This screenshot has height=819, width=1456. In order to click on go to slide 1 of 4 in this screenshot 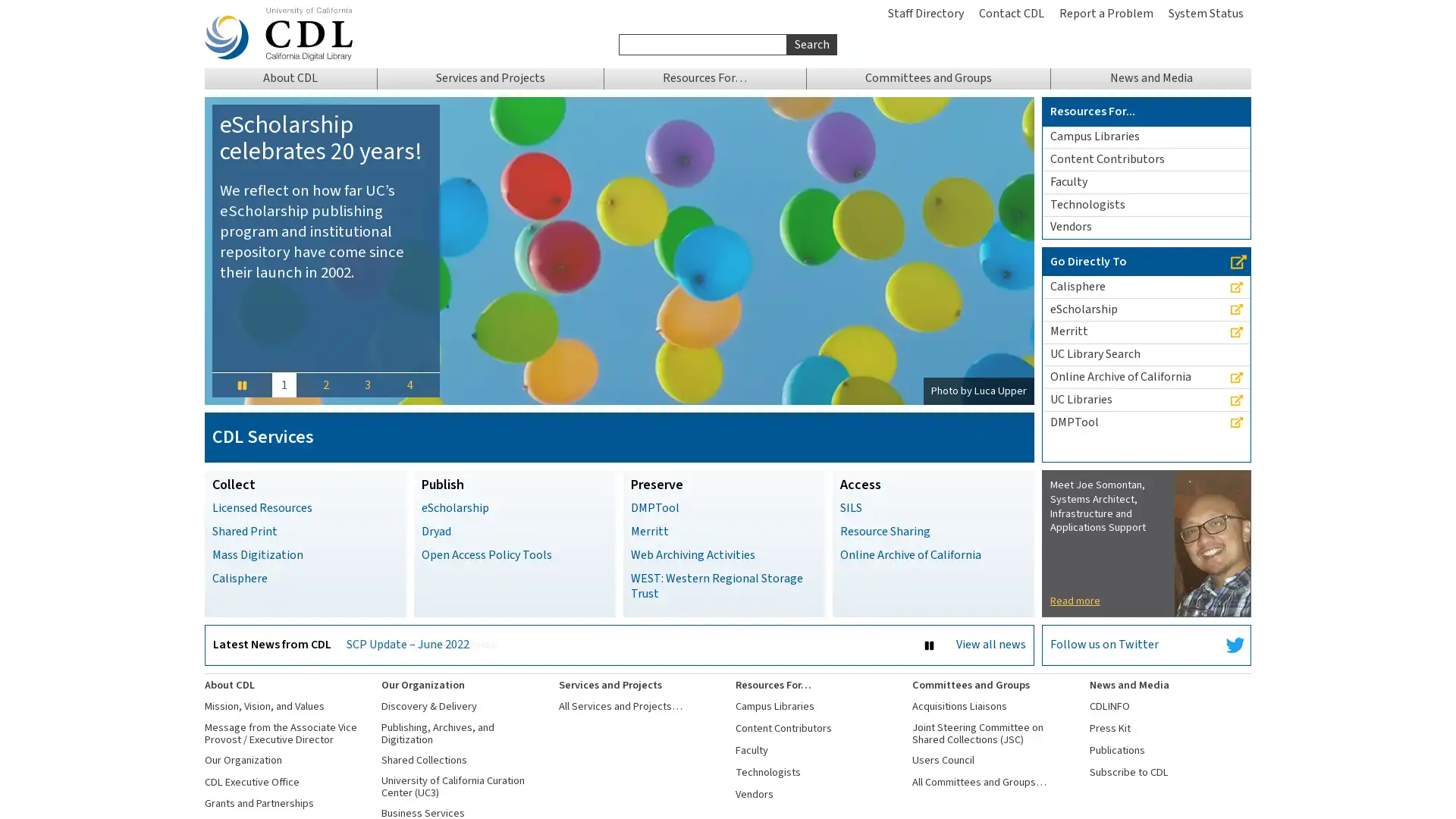, I will do `click(284, 383)`.